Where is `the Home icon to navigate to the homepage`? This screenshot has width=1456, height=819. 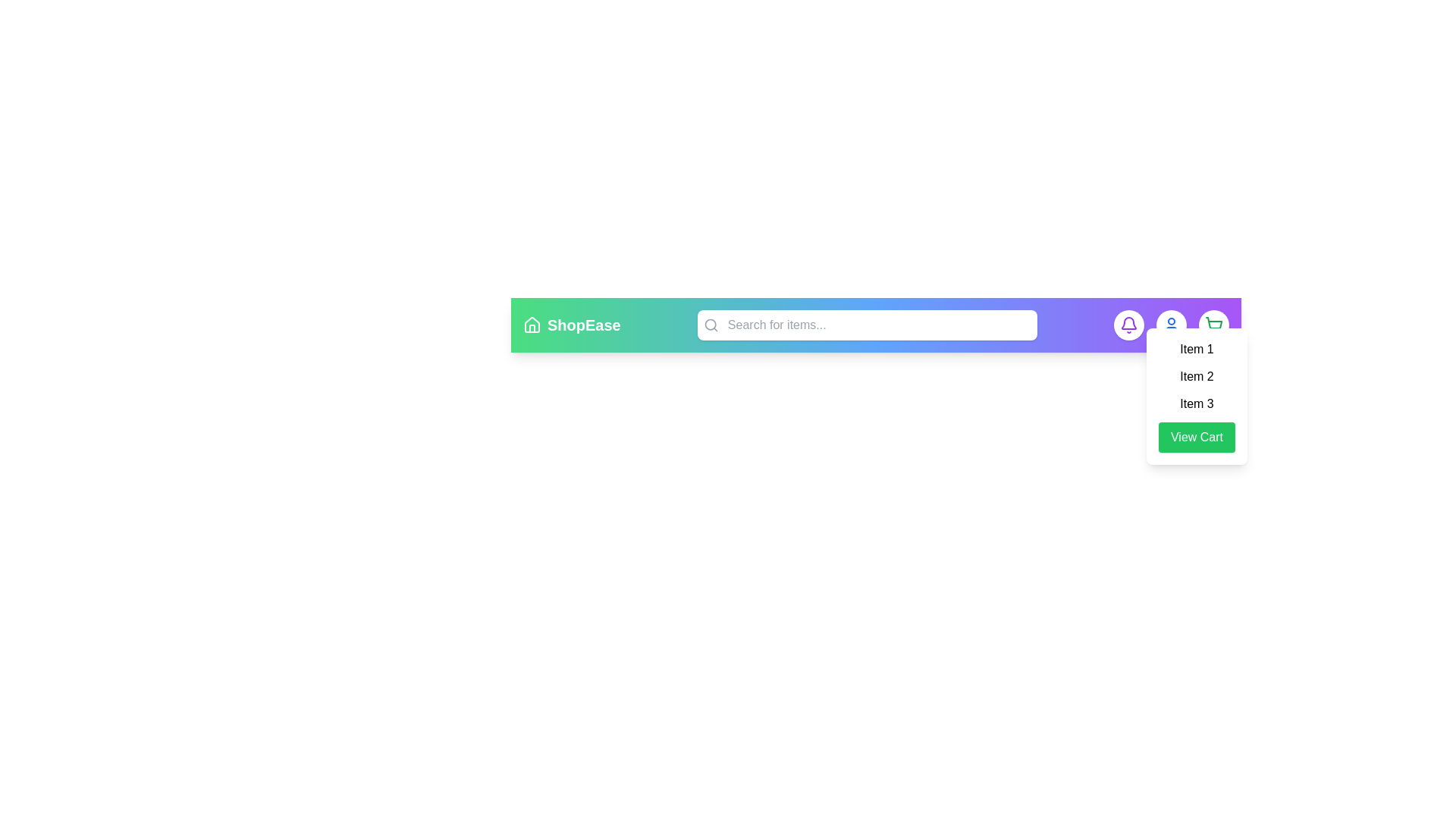 the Home icon to navigate to the homepage is located at coordinates (532, 324).